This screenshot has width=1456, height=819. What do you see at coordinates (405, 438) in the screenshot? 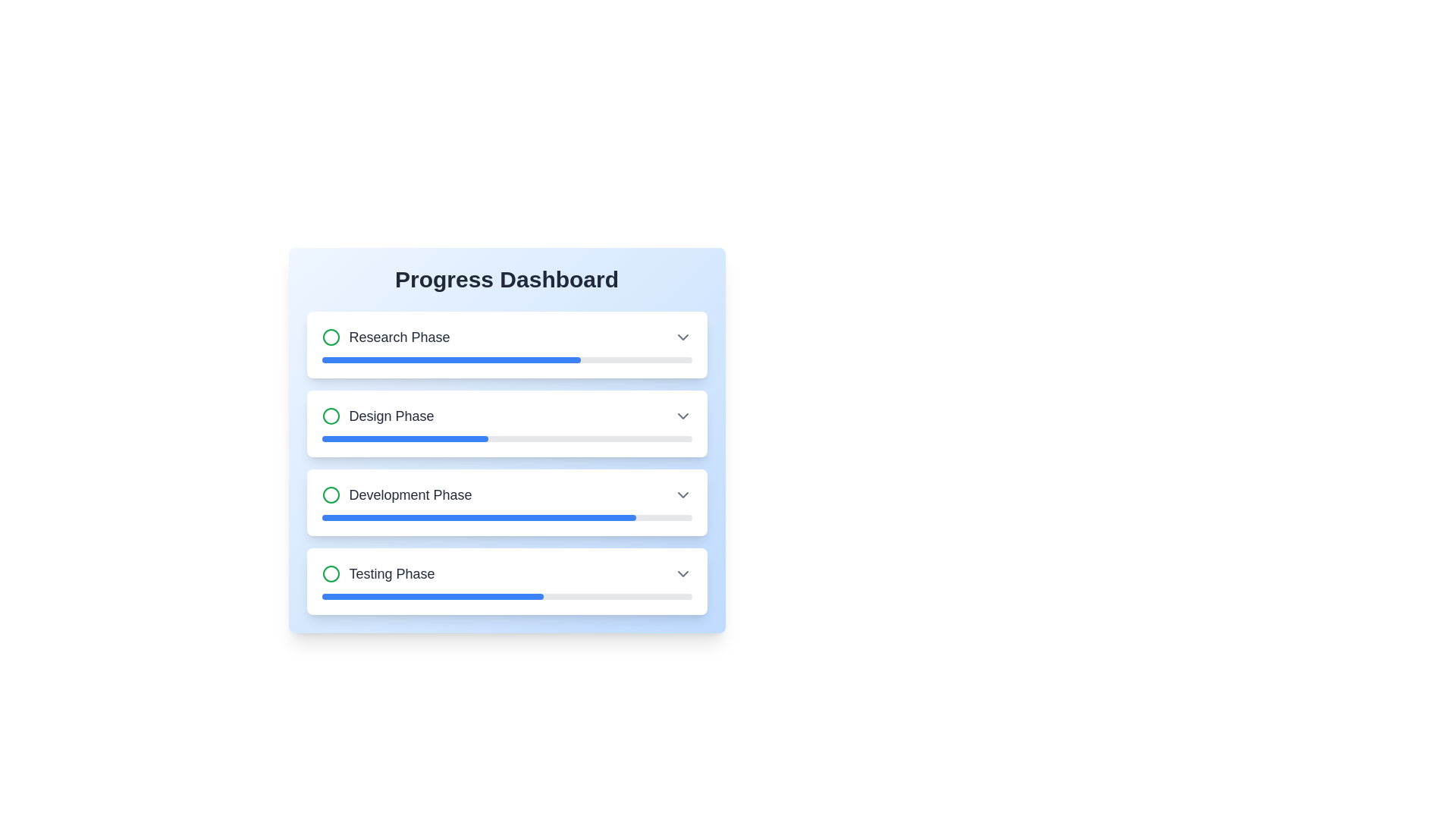
I see `the Progress Indicator located in the second progress bar labeled 'Design Phase,' which visually represents a 45% completion level` at bounding box center [405, 438].